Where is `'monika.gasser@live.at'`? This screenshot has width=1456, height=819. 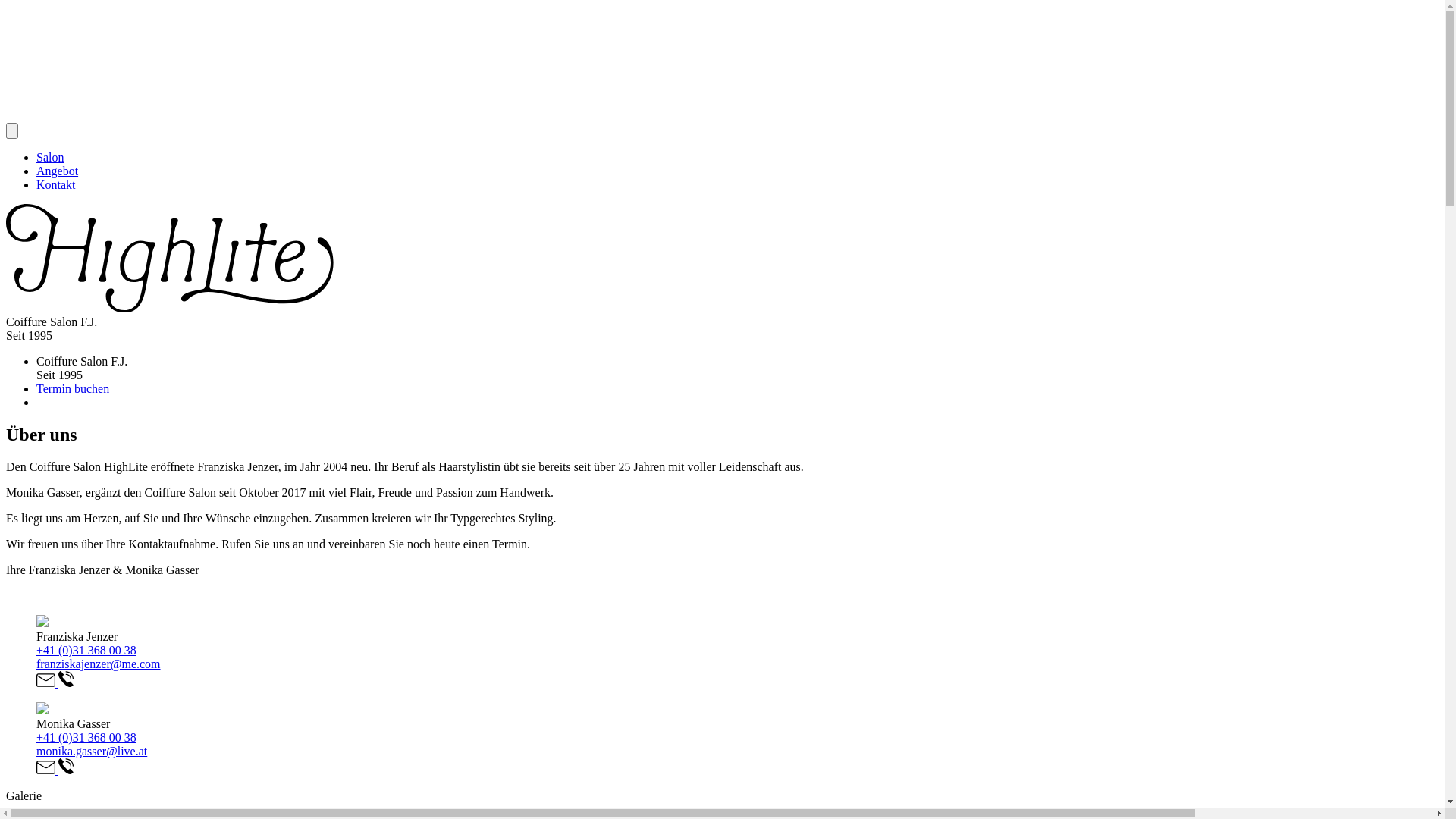 'monika.gasser@live.at' is located at coordinates (90, 751).